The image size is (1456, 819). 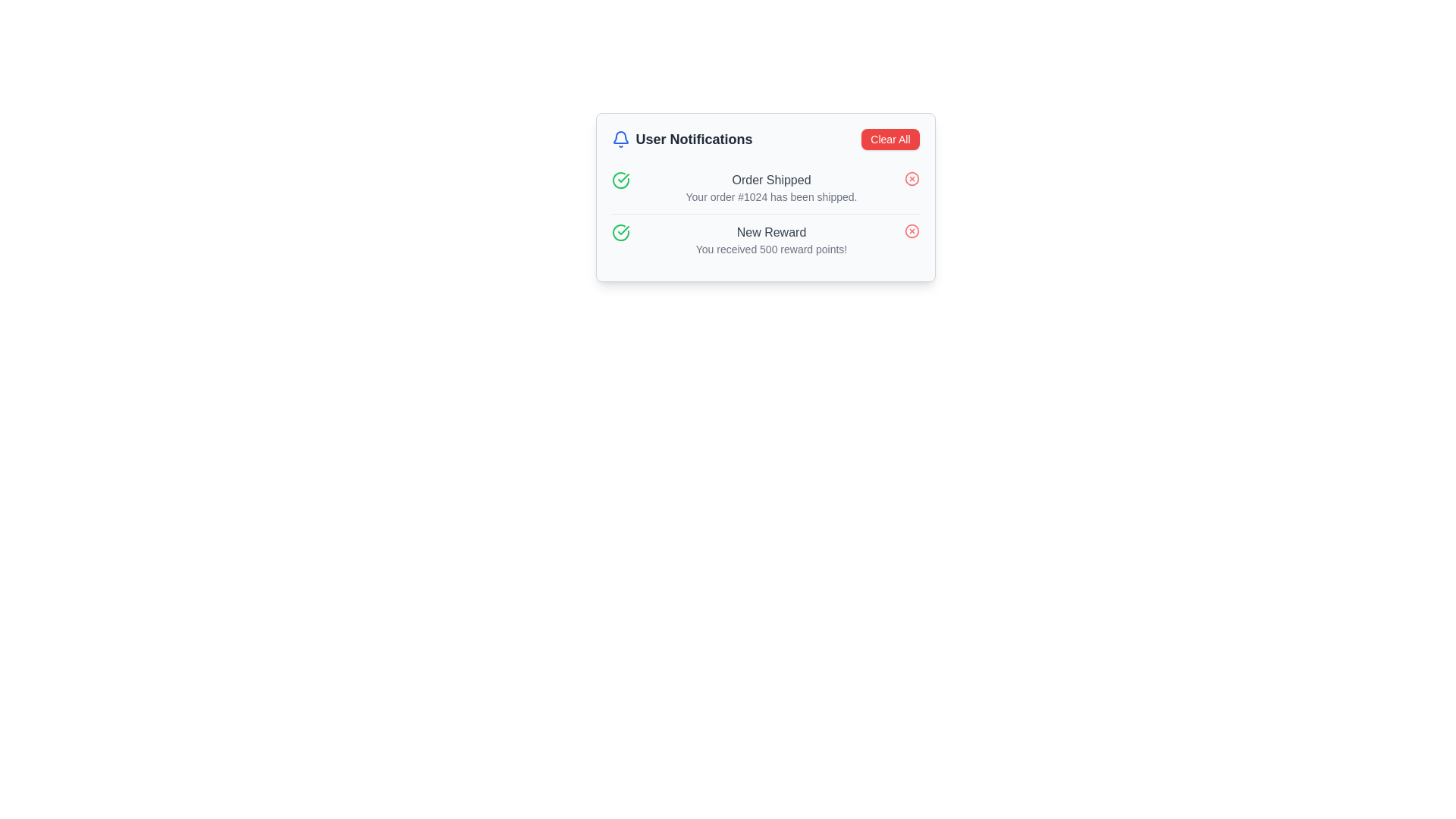 I want to click on the interactive items inside the Notification list, which includes notifications such as 'Order Shipped' and 'New Reward' with corresponding icons and descriptions, so click(x=765, y=214).